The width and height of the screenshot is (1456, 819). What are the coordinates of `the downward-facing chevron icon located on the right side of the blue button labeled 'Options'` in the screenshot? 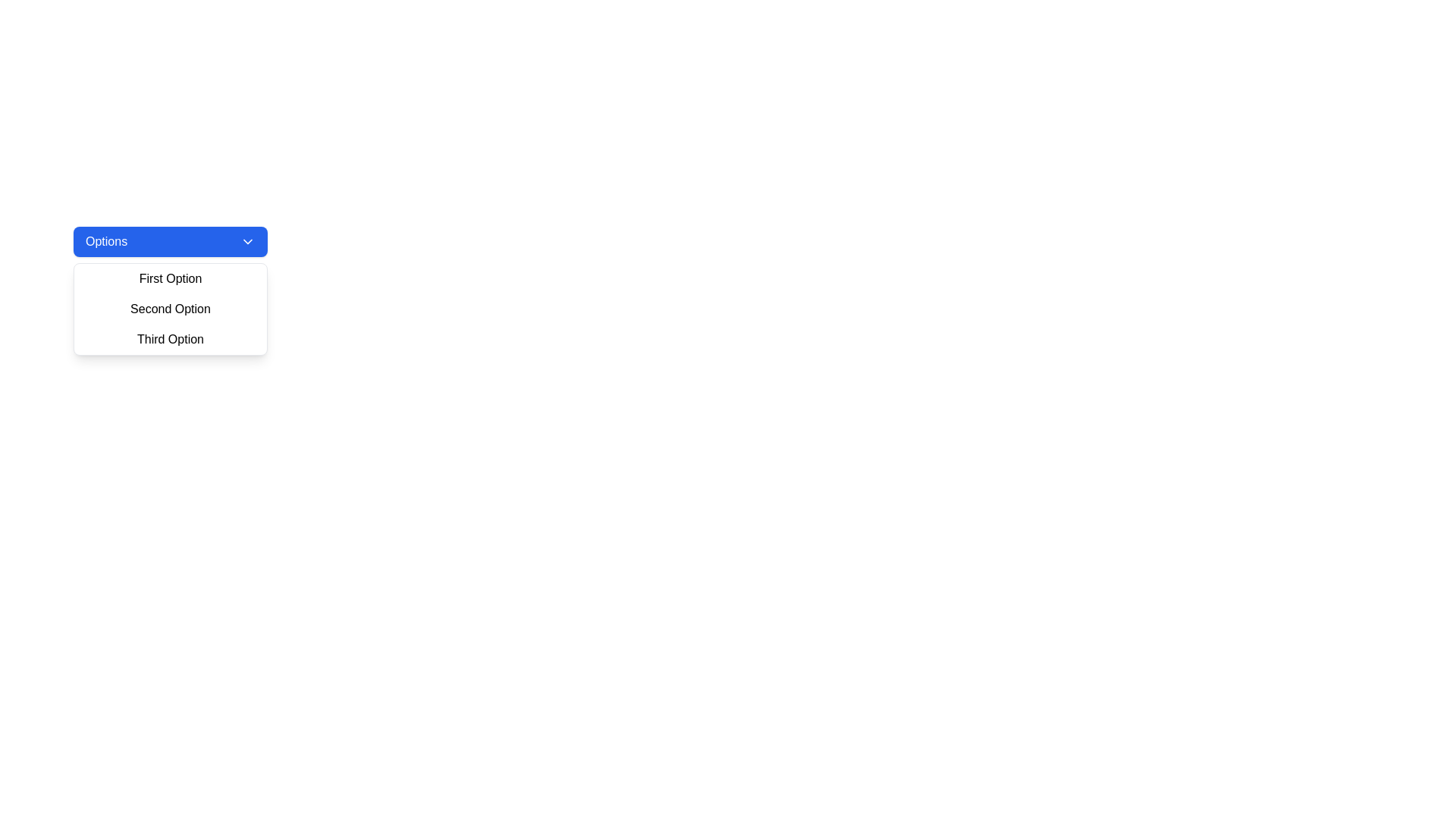 It's located at (247, 241).